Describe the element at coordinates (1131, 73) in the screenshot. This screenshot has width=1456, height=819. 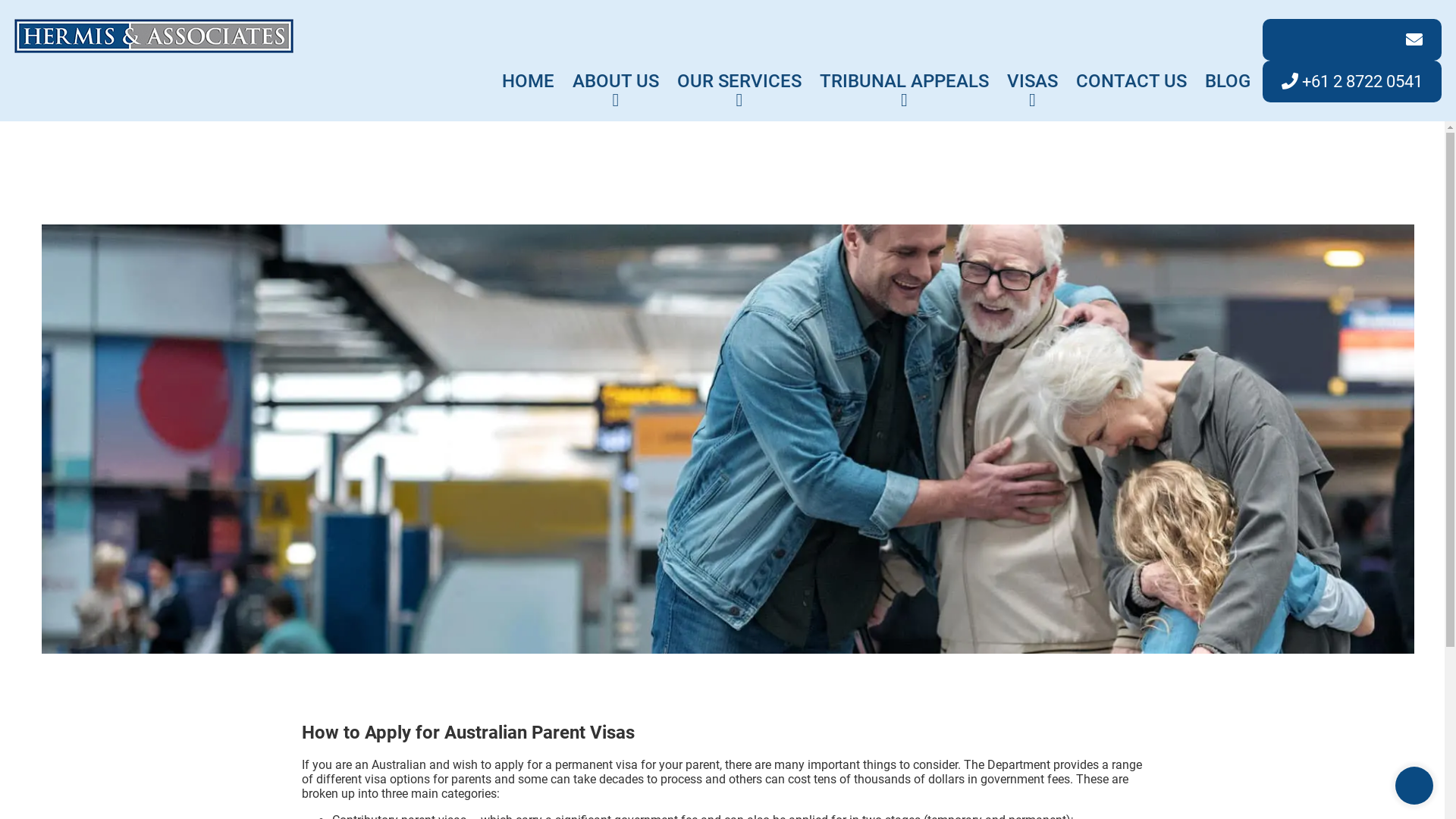
I see `'CONTACT US'` at that location.